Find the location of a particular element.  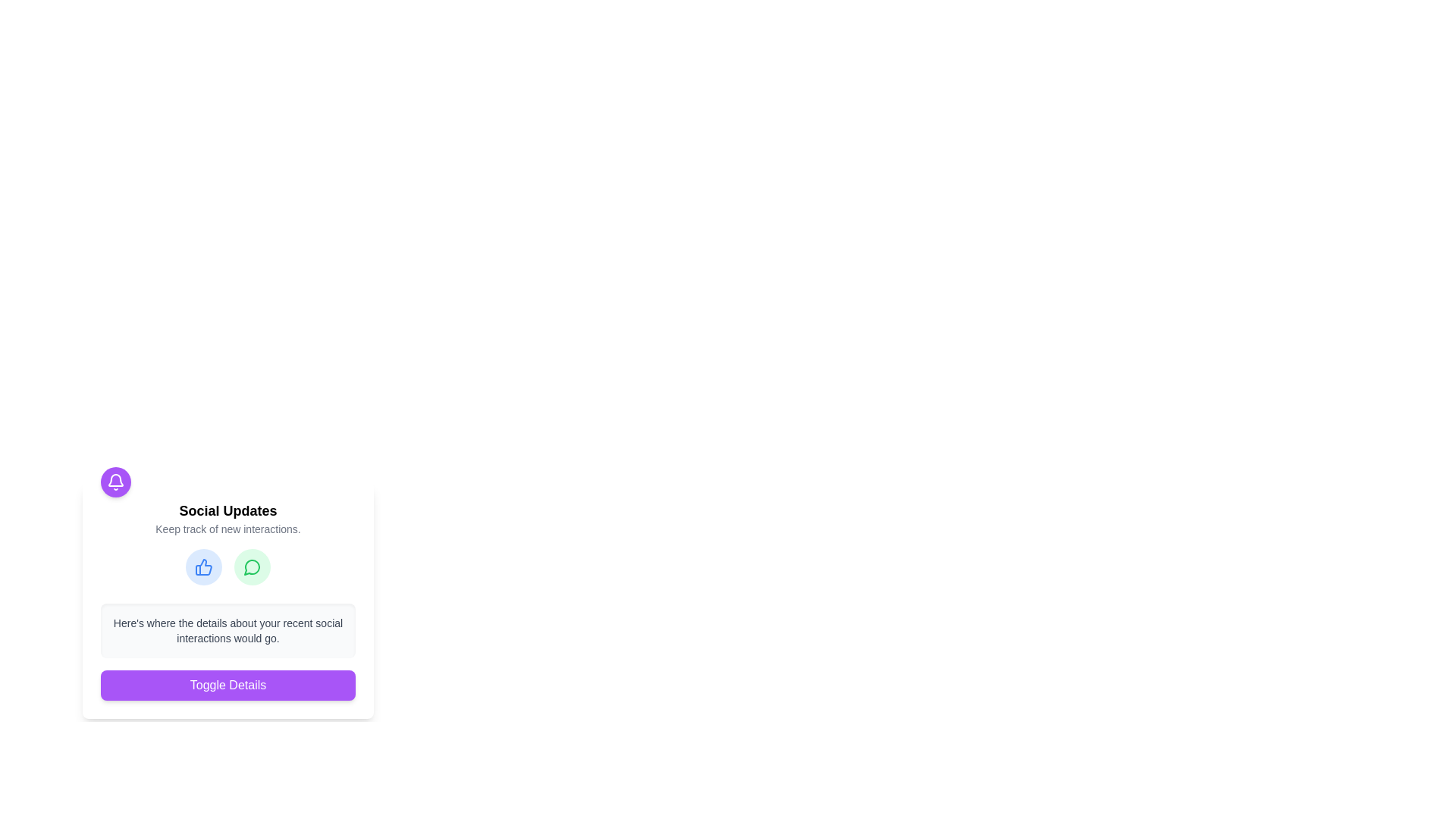

the bold text label reading 'Social Updates' at the top of the updates section is located at coordinates (227, 511).